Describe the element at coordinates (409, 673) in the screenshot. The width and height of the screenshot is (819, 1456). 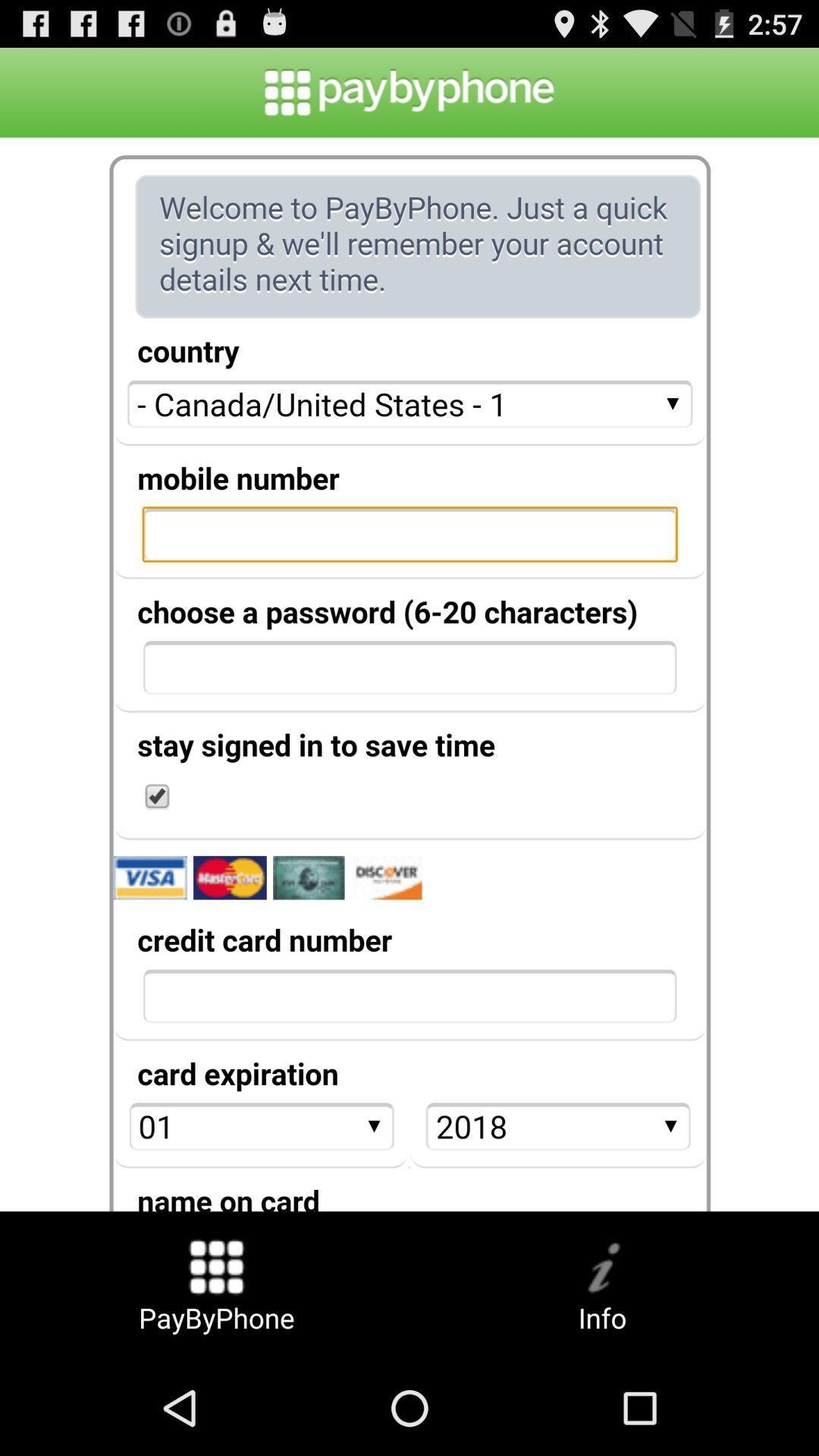
I see `sign up` at that location.